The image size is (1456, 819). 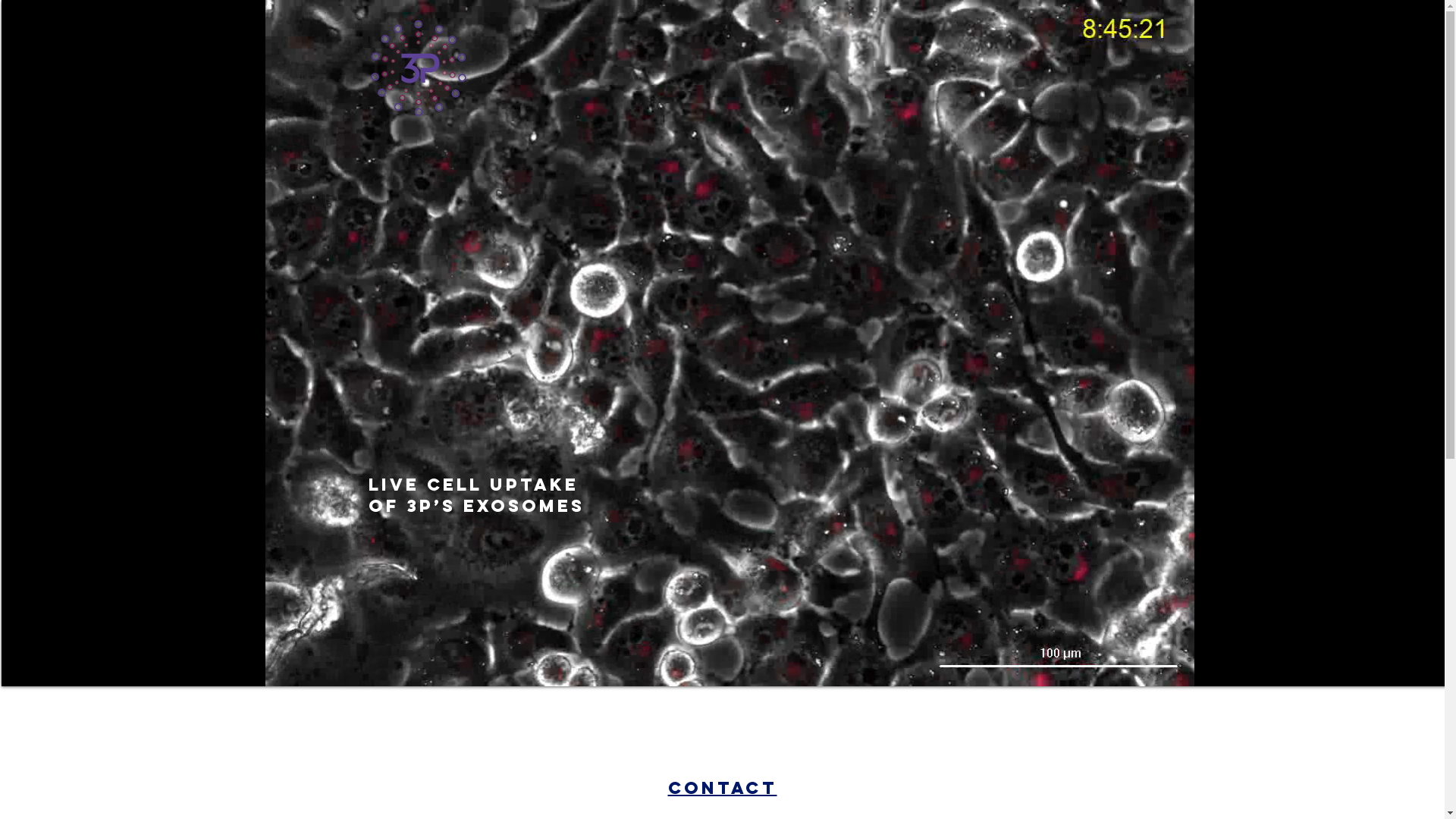 What do you see at coordinates (667, 786) in the screenshot?
I see `'Contact'` at bounding box center [667, 786].